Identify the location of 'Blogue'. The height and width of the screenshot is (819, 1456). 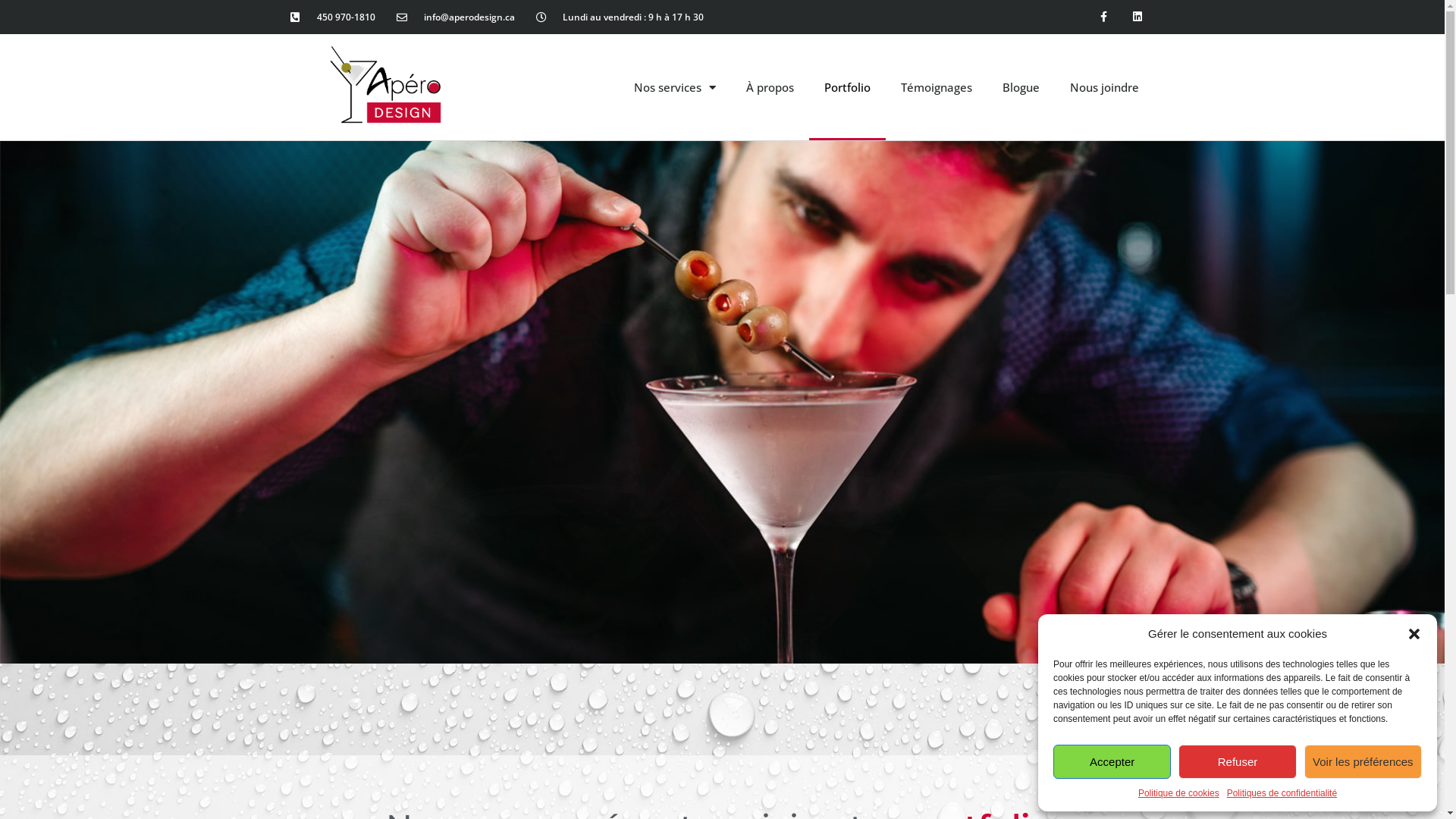
(1021, 87).